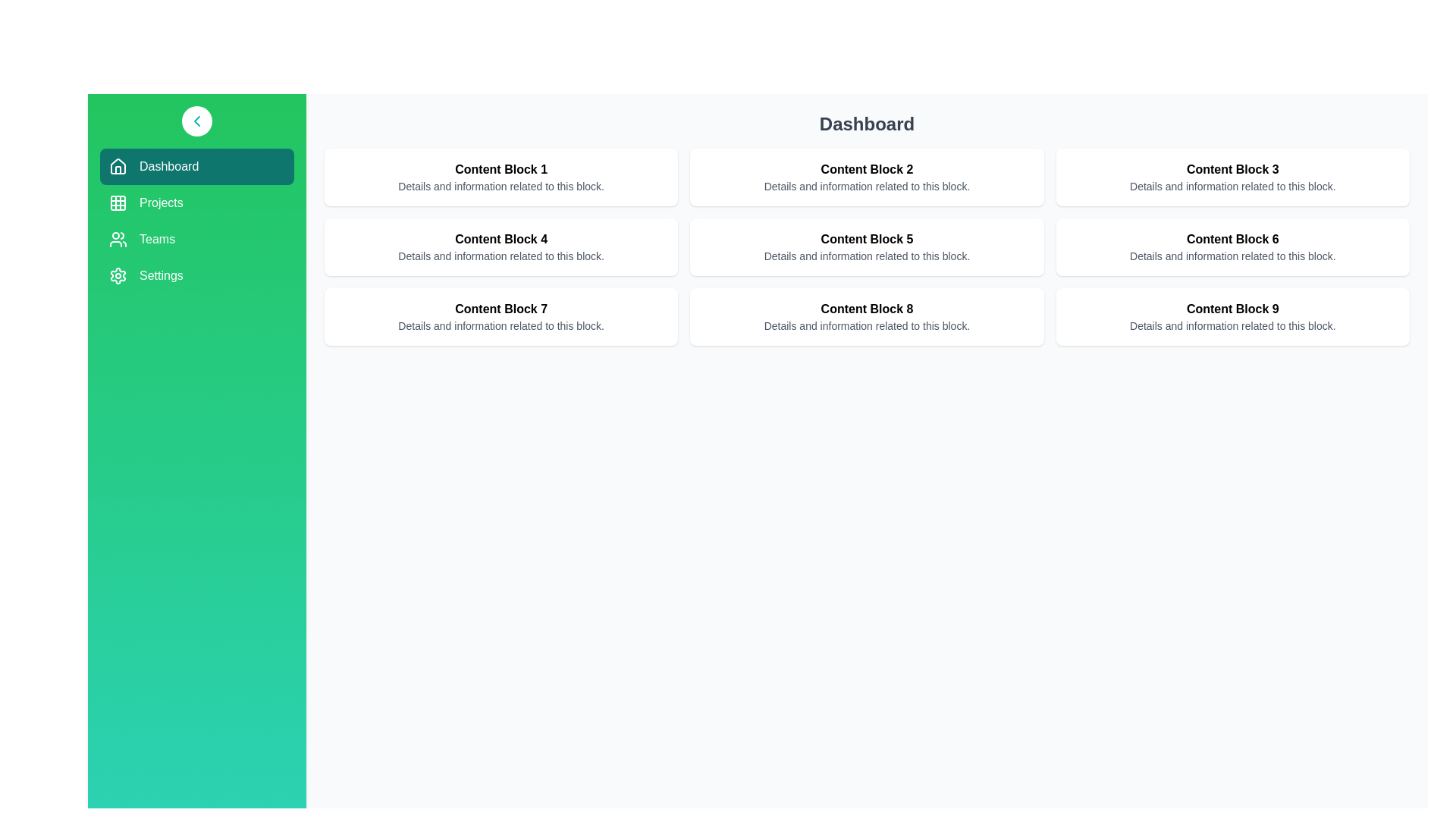 The image size is (1456, 819). Describe the element at coordinates (196, 239) in the screenshot. I see `the menu item Teams from the sidebar` at that location.